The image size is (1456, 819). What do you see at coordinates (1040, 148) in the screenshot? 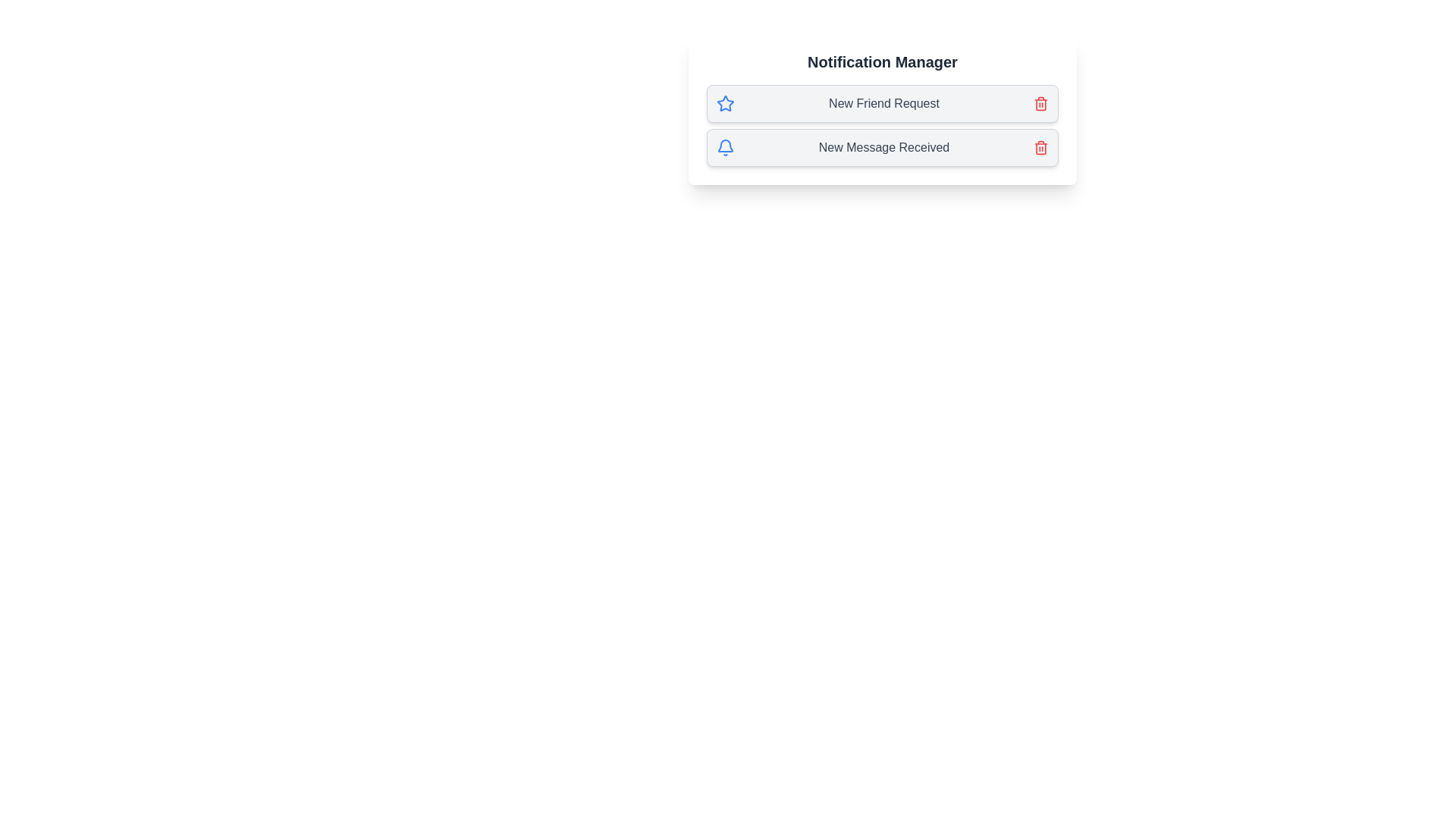
I see `the trash icon to remove a notification. Specify the notification to remove as New Message Received` at bounding box center [1040, 148].